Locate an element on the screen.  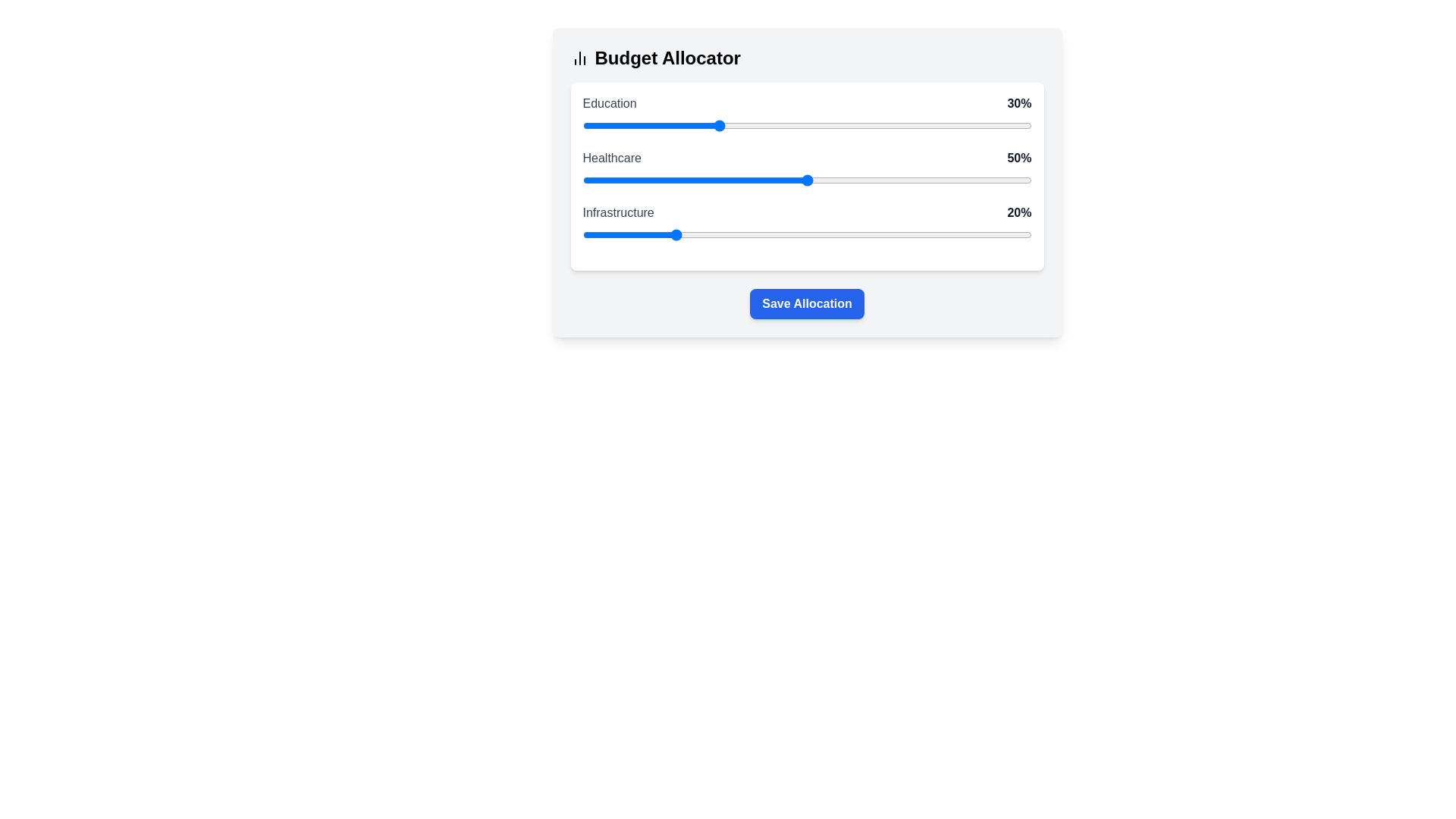
the label indicating the 'Infrastructure' category, which is positioned below the 'Healthcare' element and above the slider marked with 20% is located at coordinates (806, 213).